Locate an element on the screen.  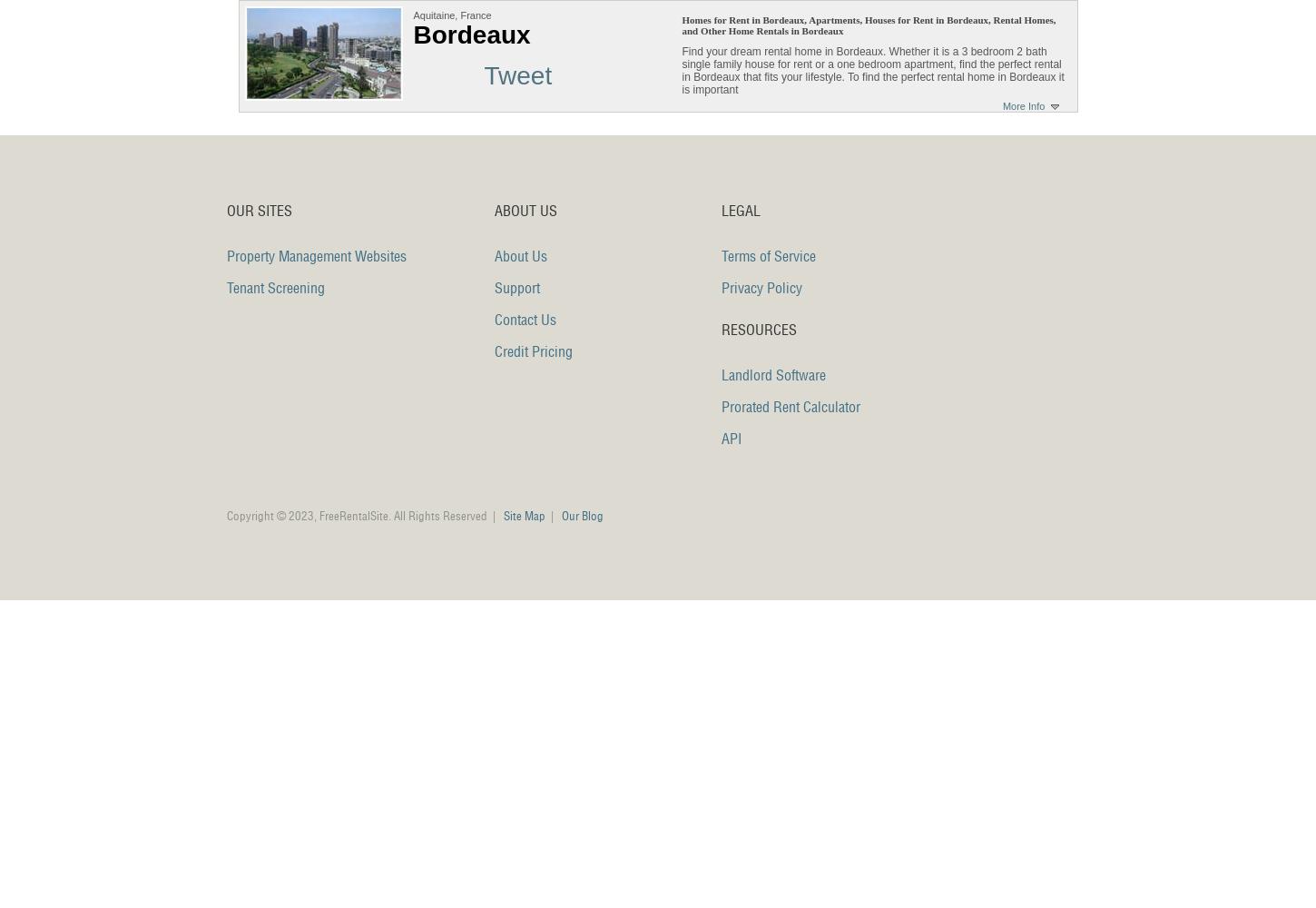
'More Info' is located at coordinates (1001, 105).